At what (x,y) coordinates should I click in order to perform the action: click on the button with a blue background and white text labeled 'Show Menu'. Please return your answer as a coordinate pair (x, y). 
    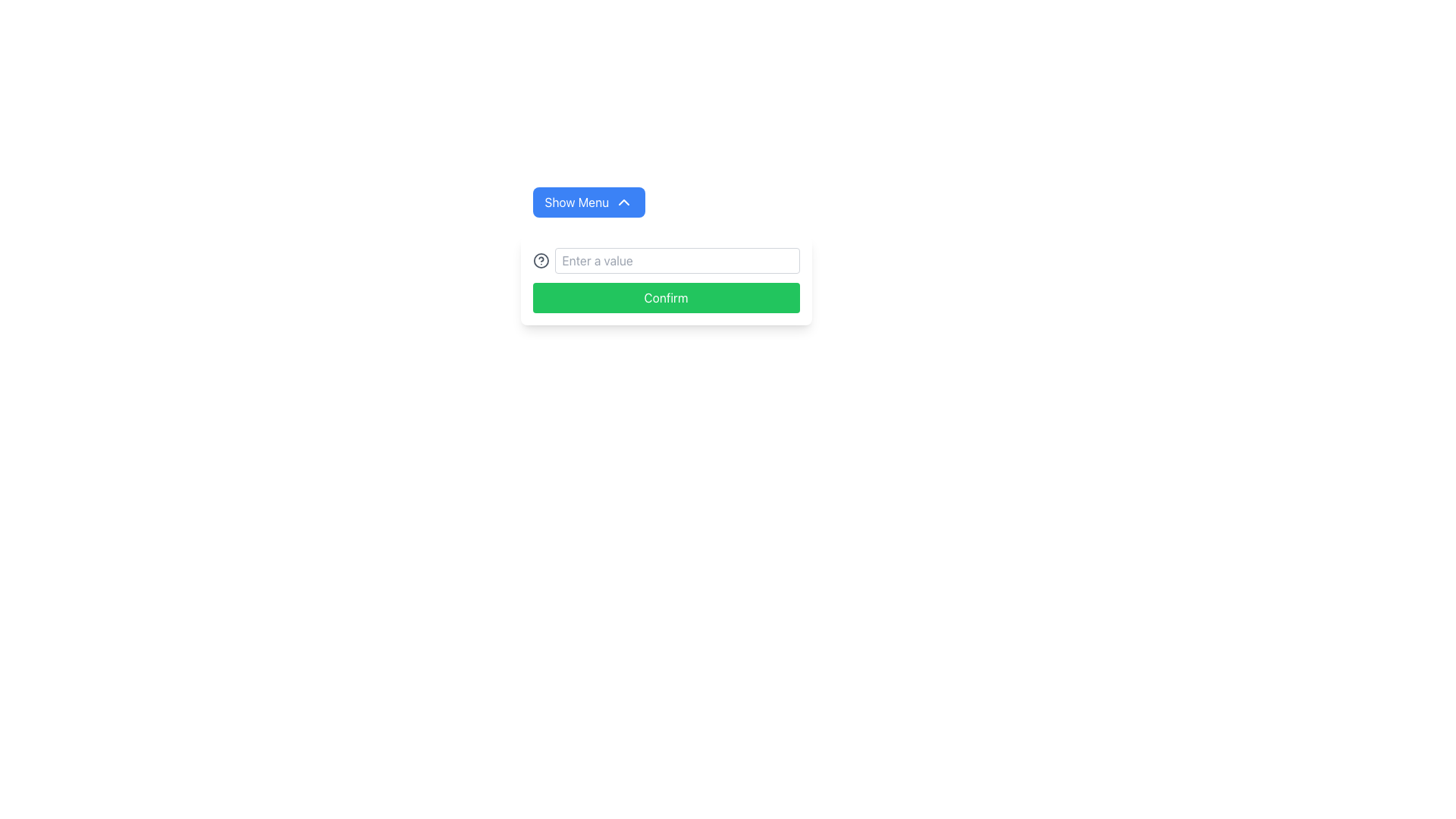
    Looking at the image, I should click on (588, 201).